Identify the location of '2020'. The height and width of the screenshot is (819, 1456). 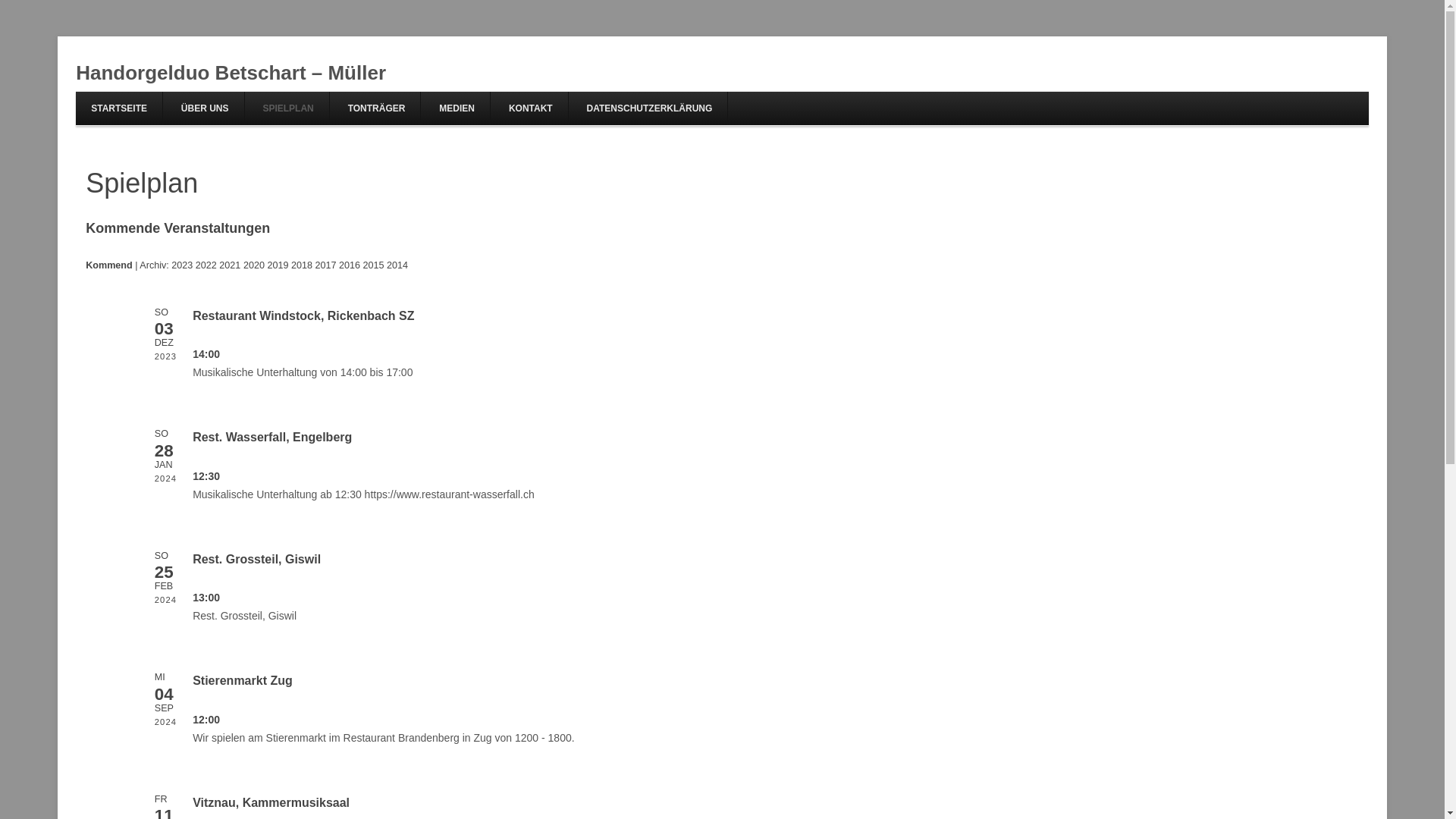
(254, 265).